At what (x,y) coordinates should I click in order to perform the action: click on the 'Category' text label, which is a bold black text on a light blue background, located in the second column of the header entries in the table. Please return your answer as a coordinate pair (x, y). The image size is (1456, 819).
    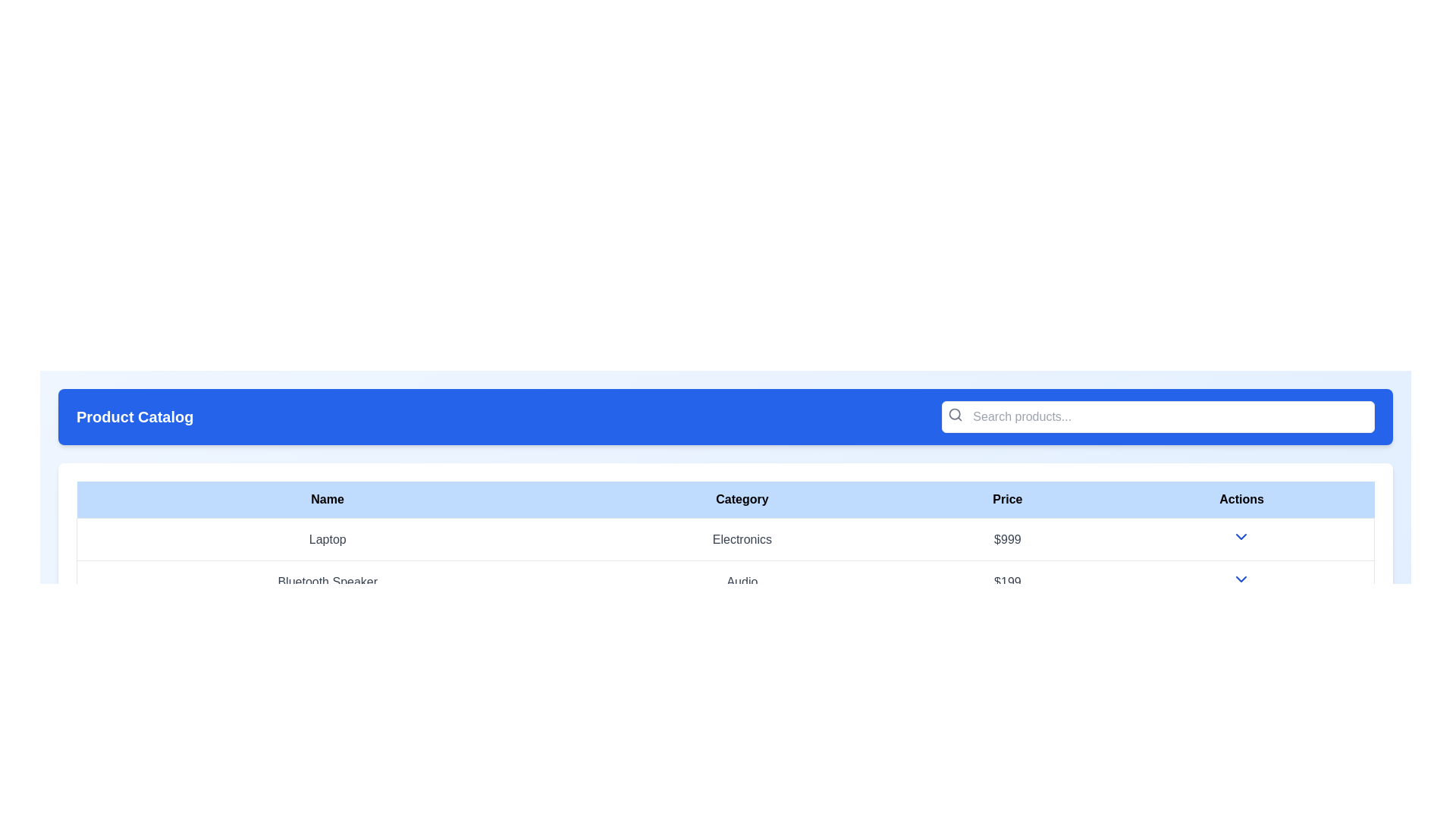
    Looking at the image, I should click on (742, 500).